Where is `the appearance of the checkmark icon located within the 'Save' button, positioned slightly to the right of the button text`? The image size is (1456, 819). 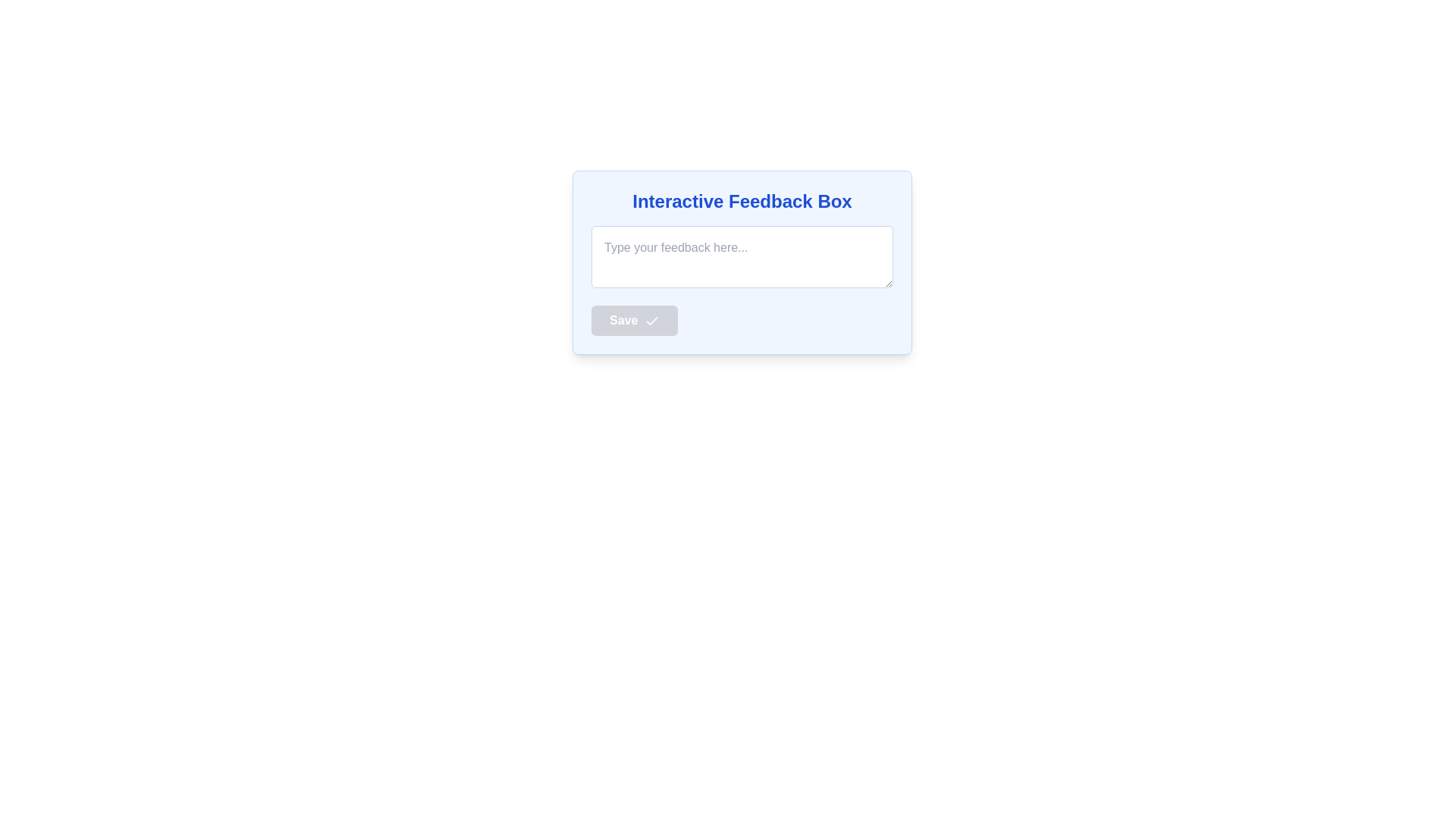
the appearance of the checkmark icon located within the 'Save' button, positioned slightly to the right of the button text is located at coordinates (651, 320).